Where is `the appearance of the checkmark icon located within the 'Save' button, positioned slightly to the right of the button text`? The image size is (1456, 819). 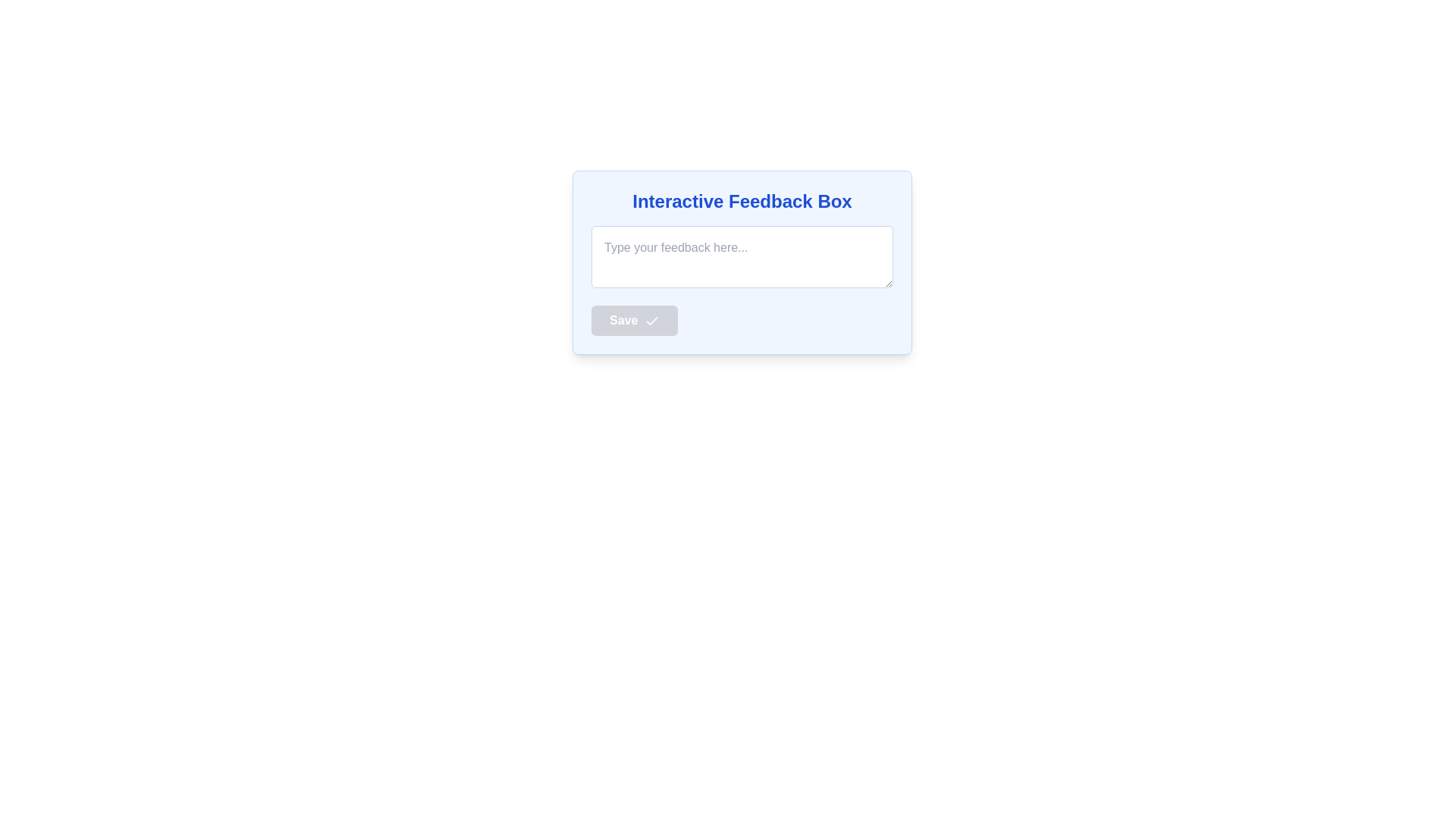
the appearance of the checkmark icon located within the 'Save' button, positioned slightly to the right of the button text is located at coordinates (651, 320).